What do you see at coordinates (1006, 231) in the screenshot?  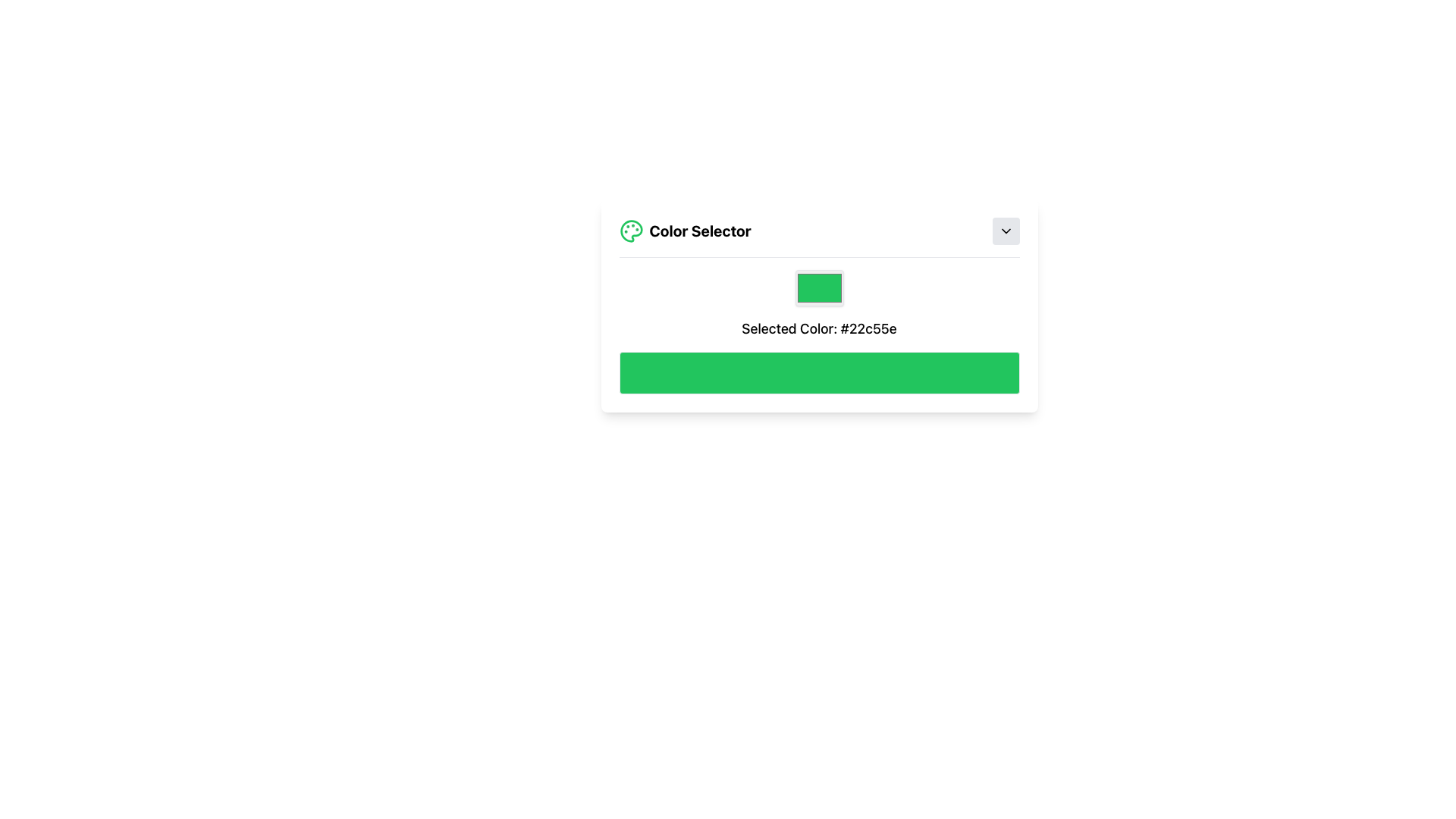 I see `the Dropdown Indicator (Chevron Icon) in the top-right corner of the color picker interface` at bounding box center [1006, 231].